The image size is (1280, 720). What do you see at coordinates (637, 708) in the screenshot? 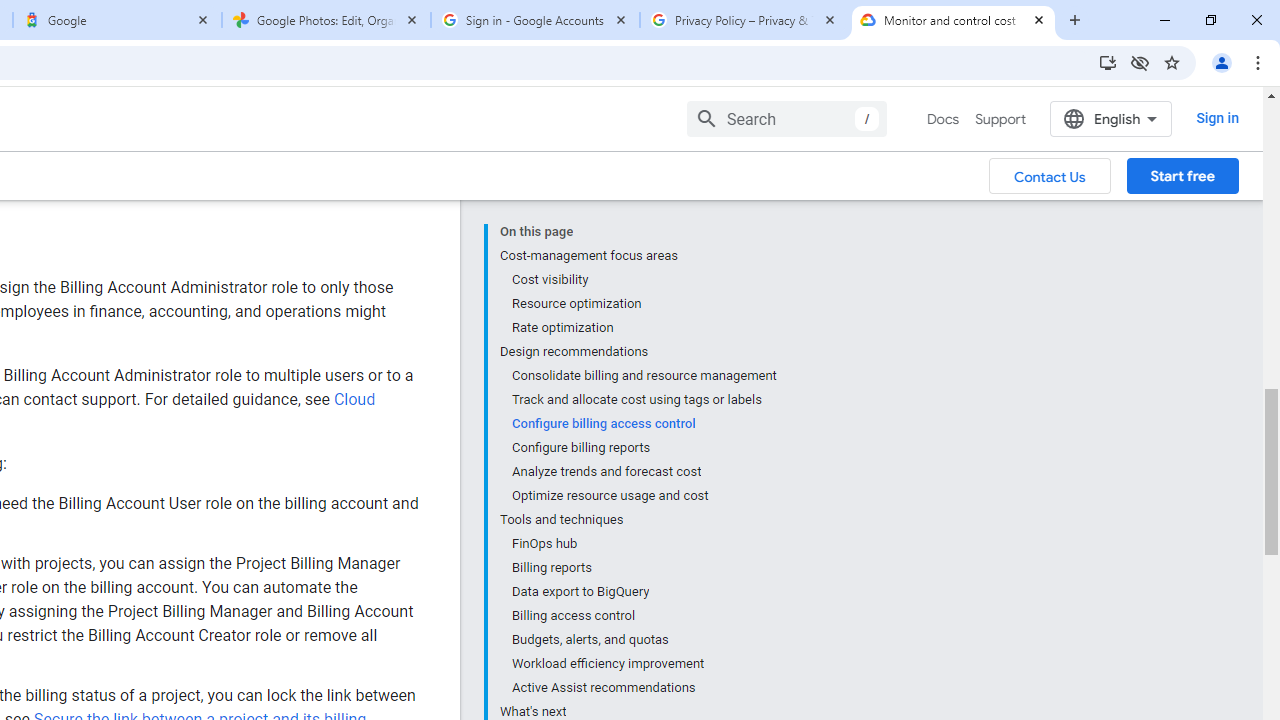
I see `'What'` at bounding box center [637, 708].